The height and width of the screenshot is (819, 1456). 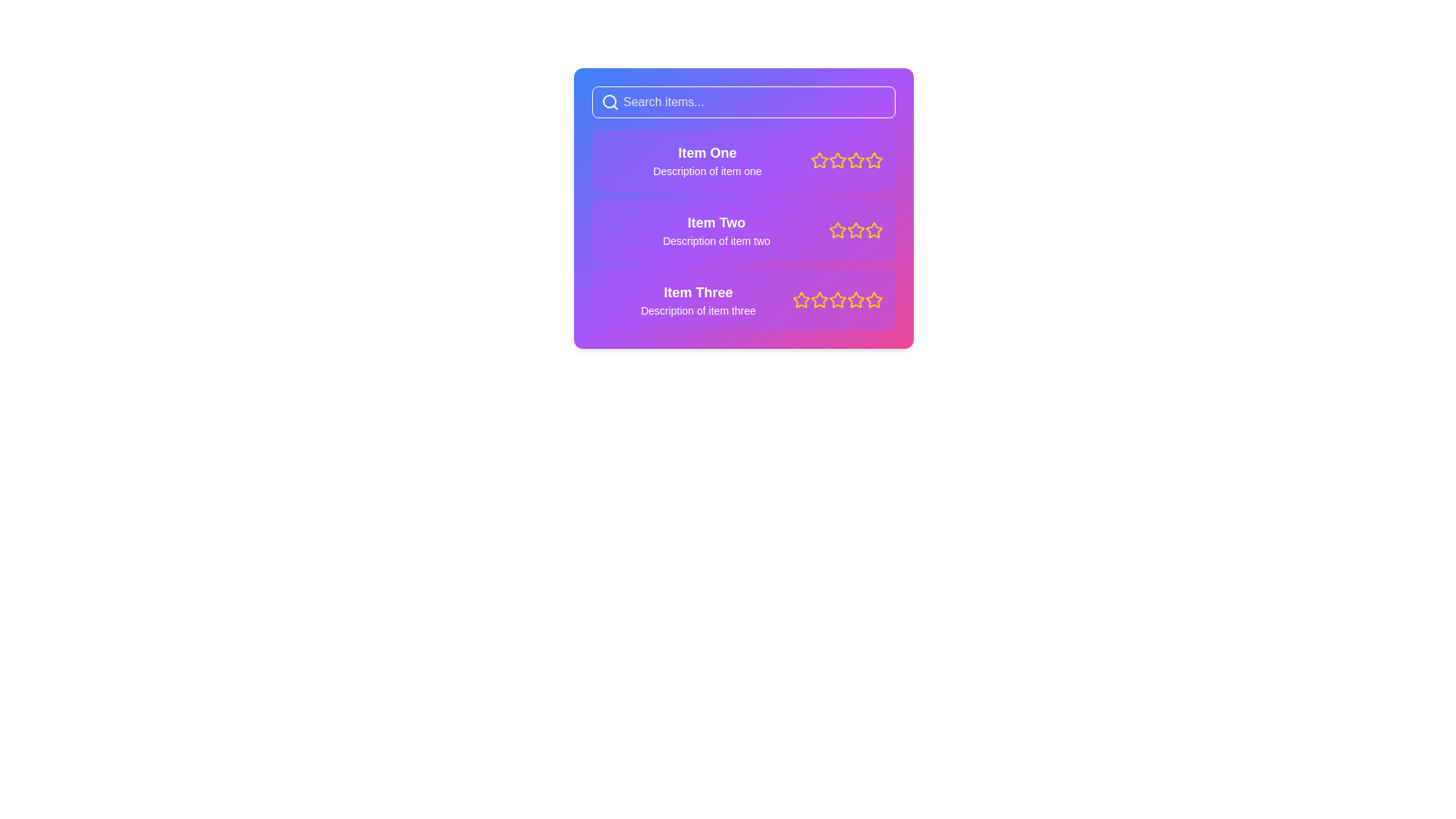 I want to click on the second star-shaped icon with a yellow outline, located next to the first item's title and description in a vertically stacked list, so click(x=836, y=161).